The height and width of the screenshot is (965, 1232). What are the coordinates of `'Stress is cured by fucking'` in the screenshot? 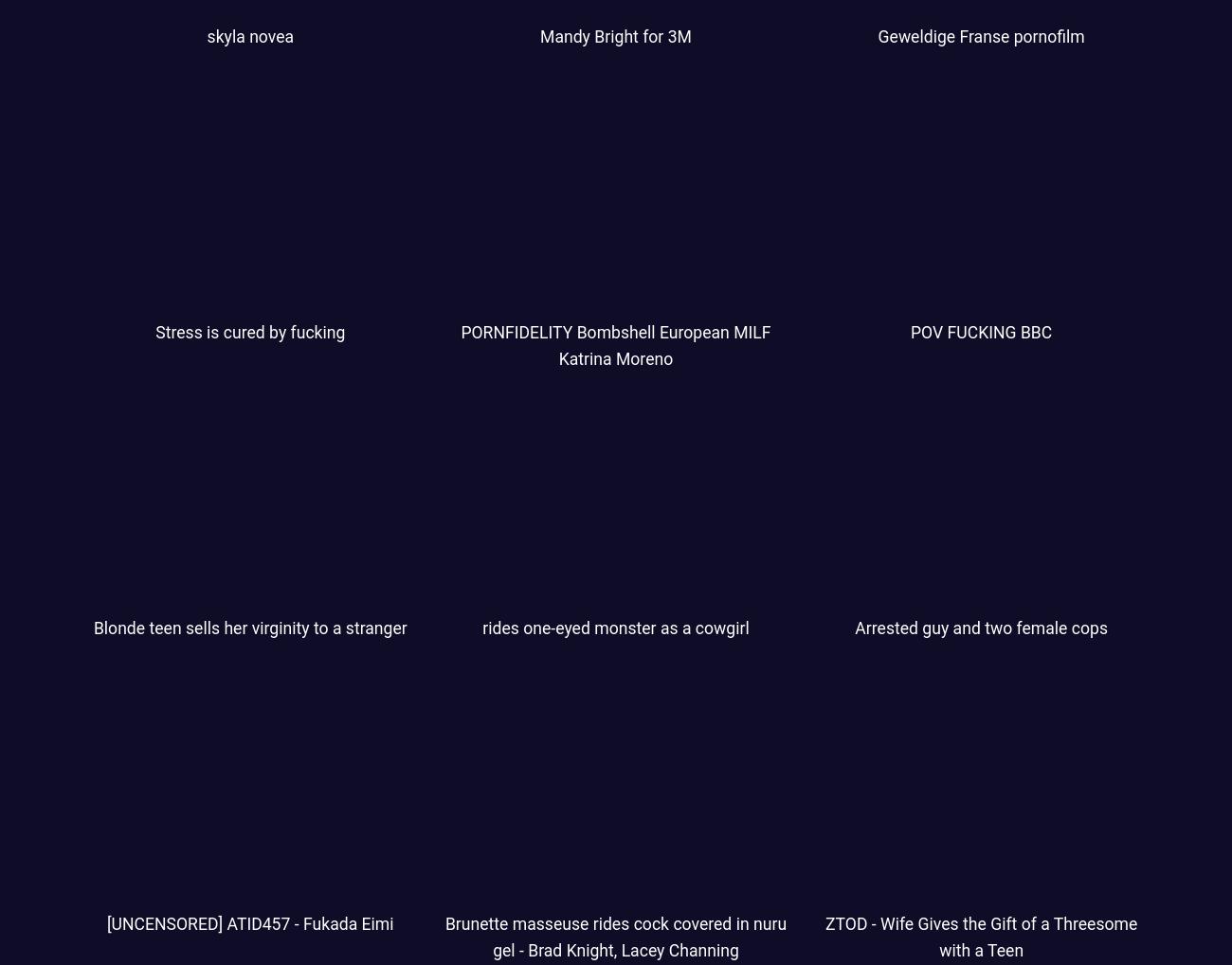 It's located at (249, 332).